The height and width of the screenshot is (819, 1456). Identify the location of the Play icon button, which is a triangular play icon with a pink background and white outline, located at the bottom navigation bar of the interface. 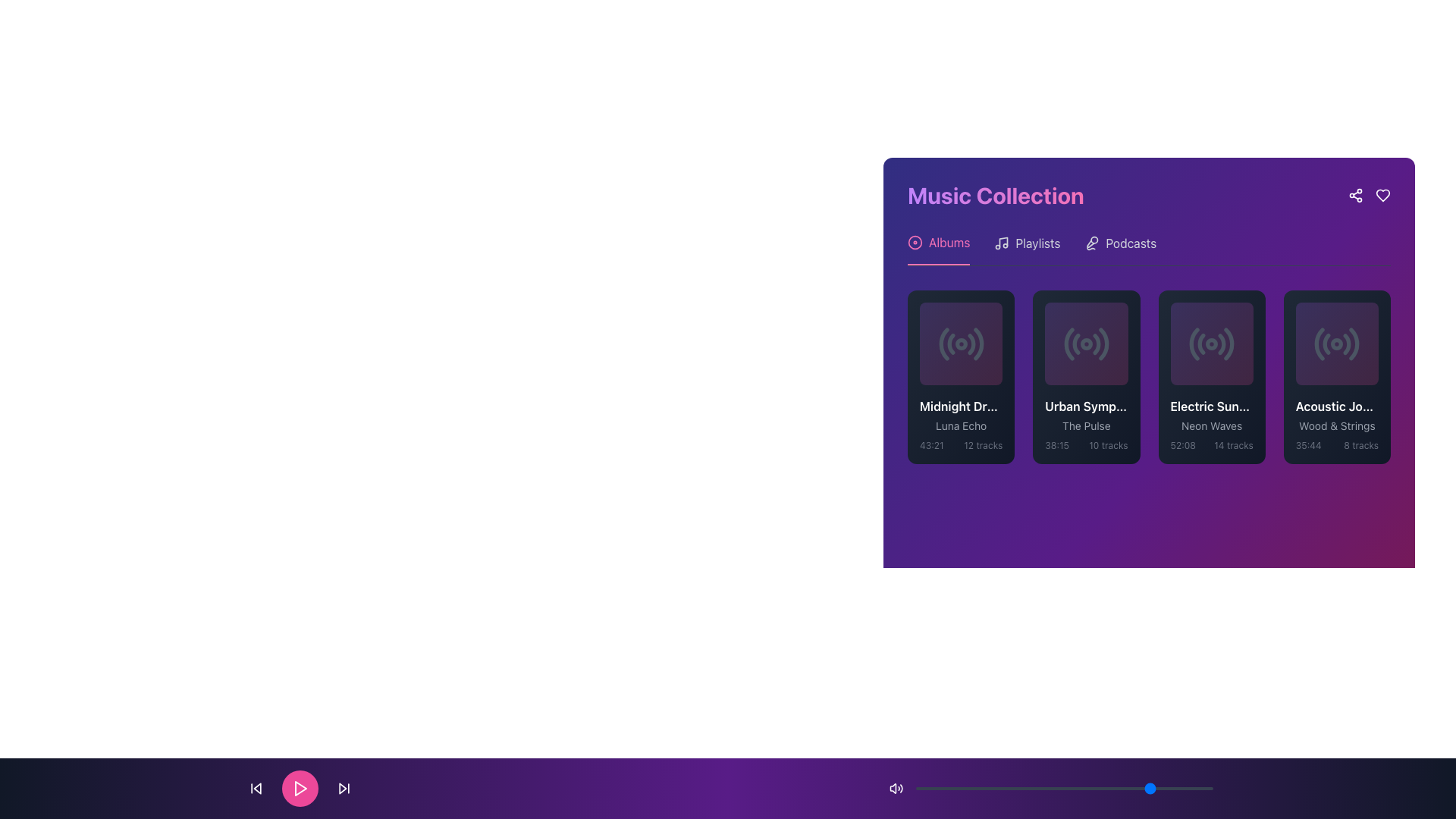
(300, 788).